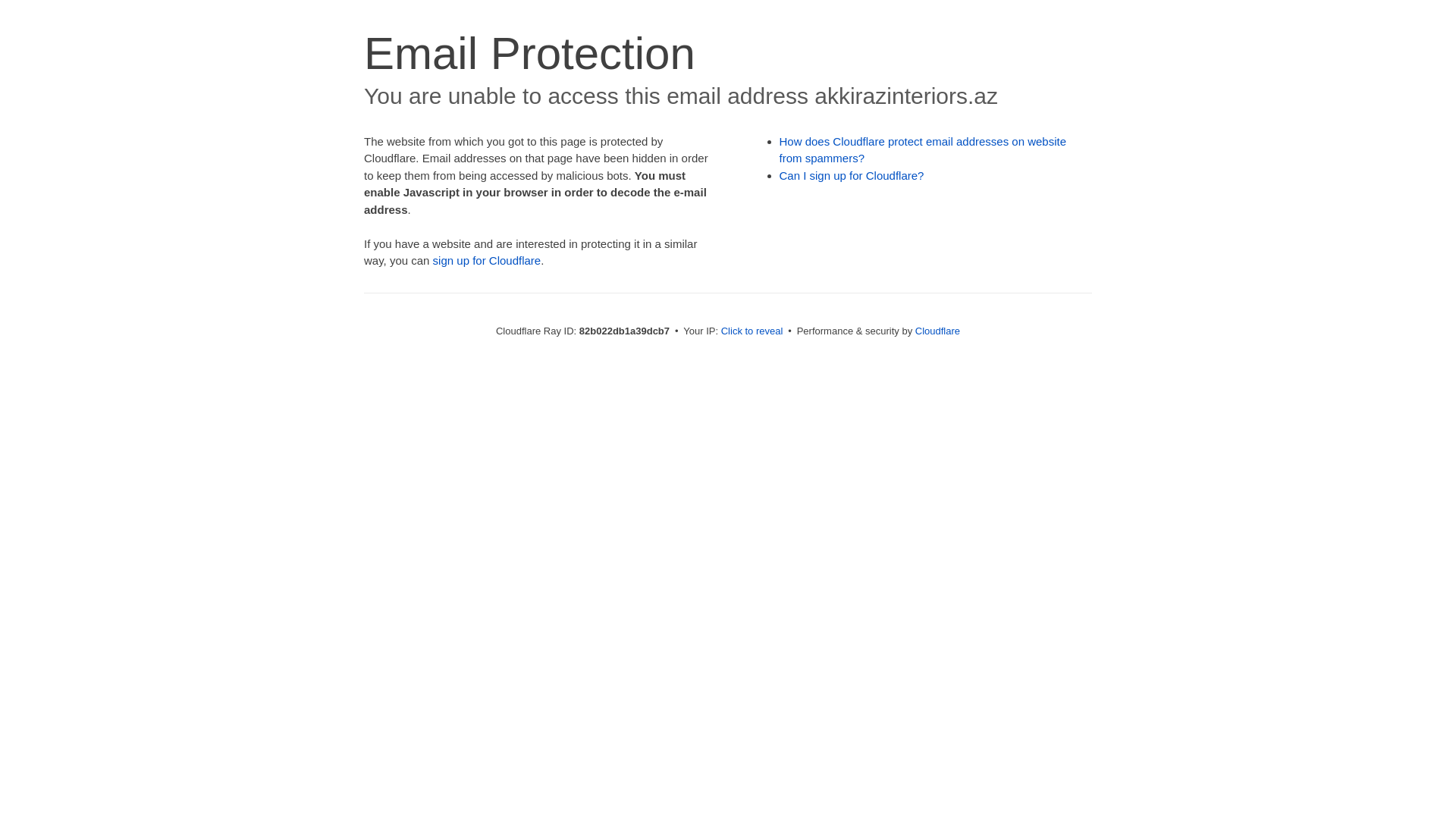 The width and height of the screenshot is (1456, 819). What do you see at coordinates (937, 330) in the screenshot?
I see `'Cloudflare'` at bounding box center [937, 330].